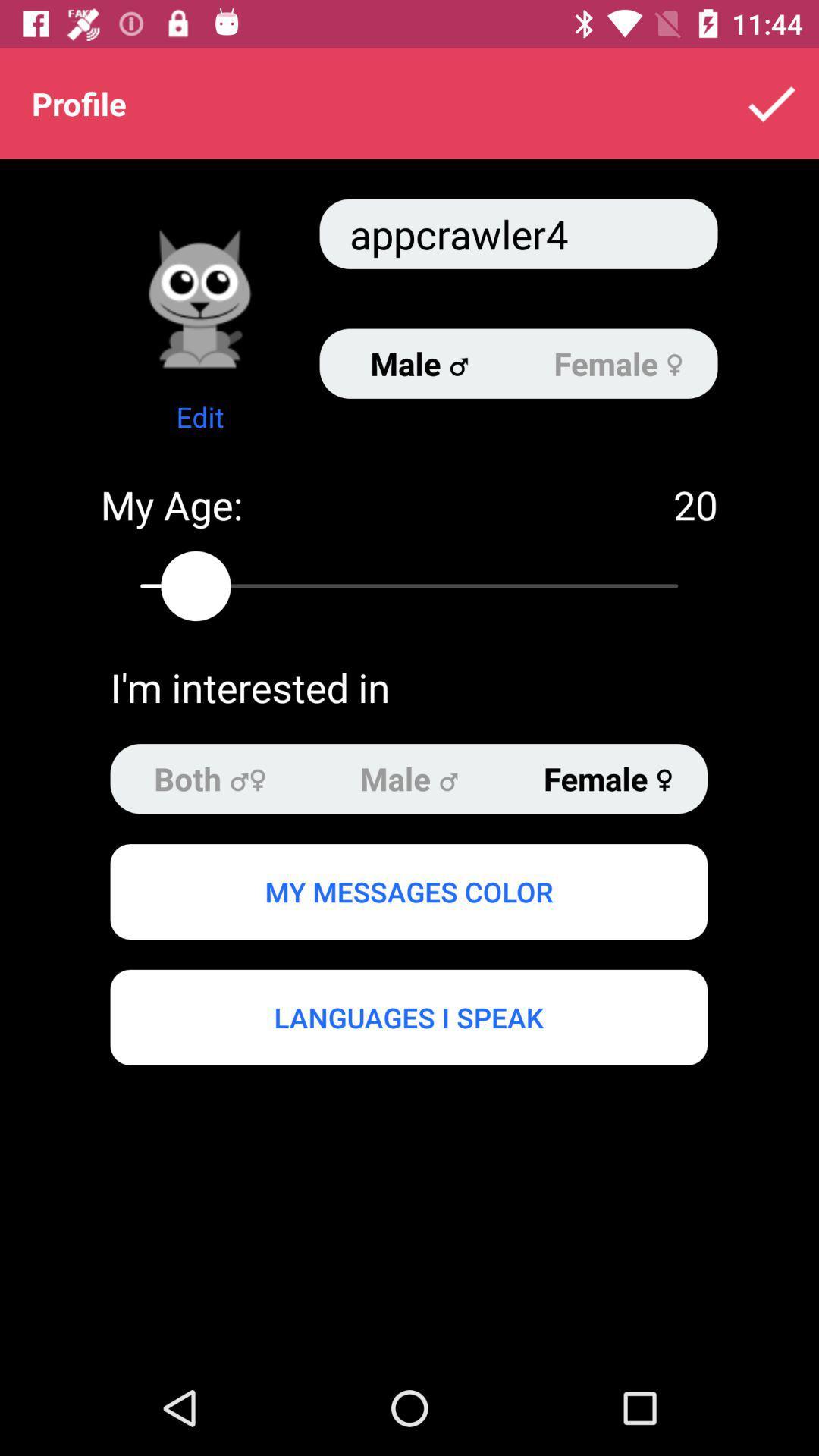 Image resolution: width=819 pixels, height=1456 pixels. I want to click on item above appcrawler4 icon, so click(771, 102).